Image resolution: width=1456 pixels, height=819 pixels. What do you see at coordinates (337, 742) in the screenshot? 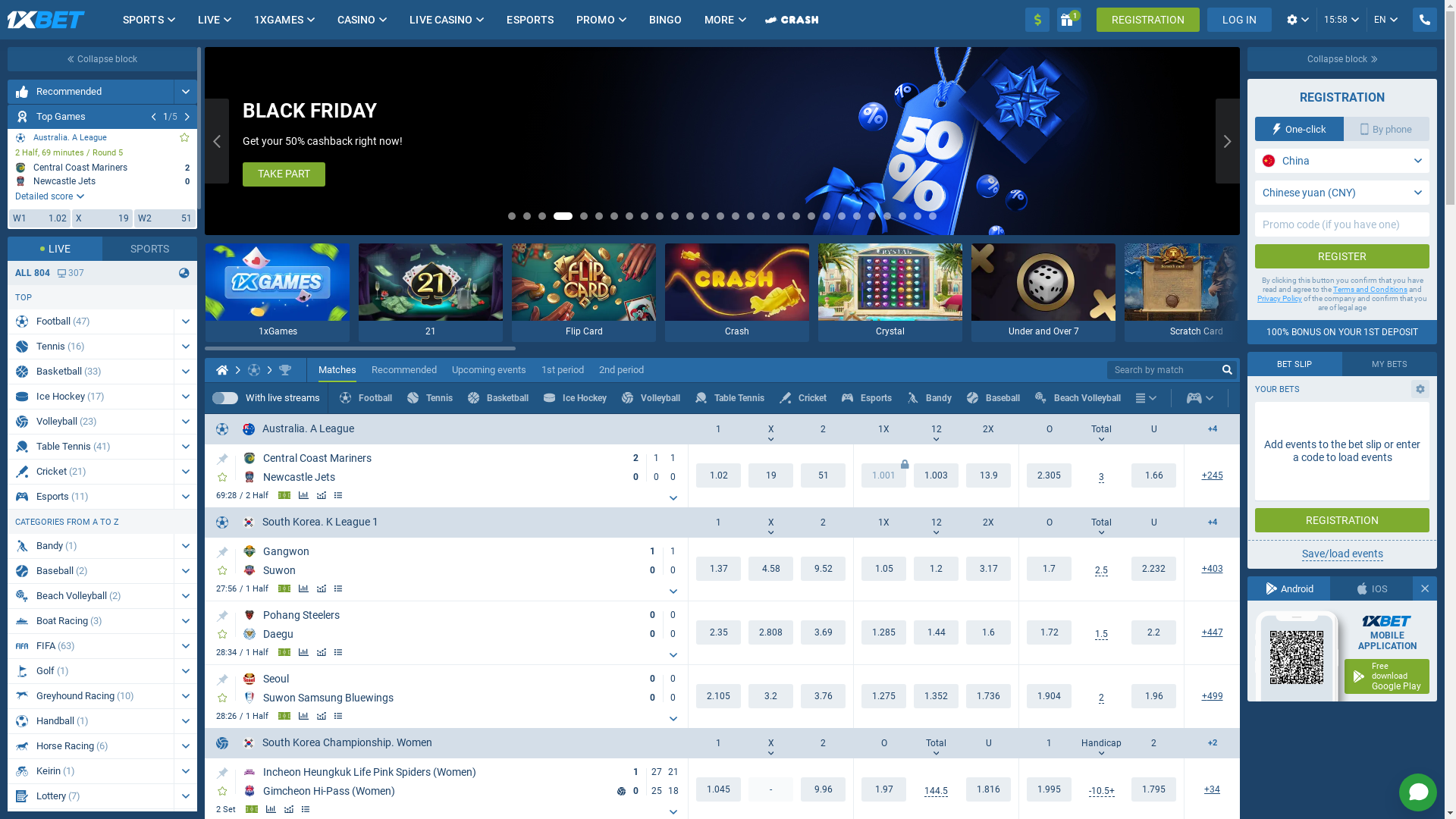
I see `'South Korea Championship. Women'` at bounding box center [337, 742].